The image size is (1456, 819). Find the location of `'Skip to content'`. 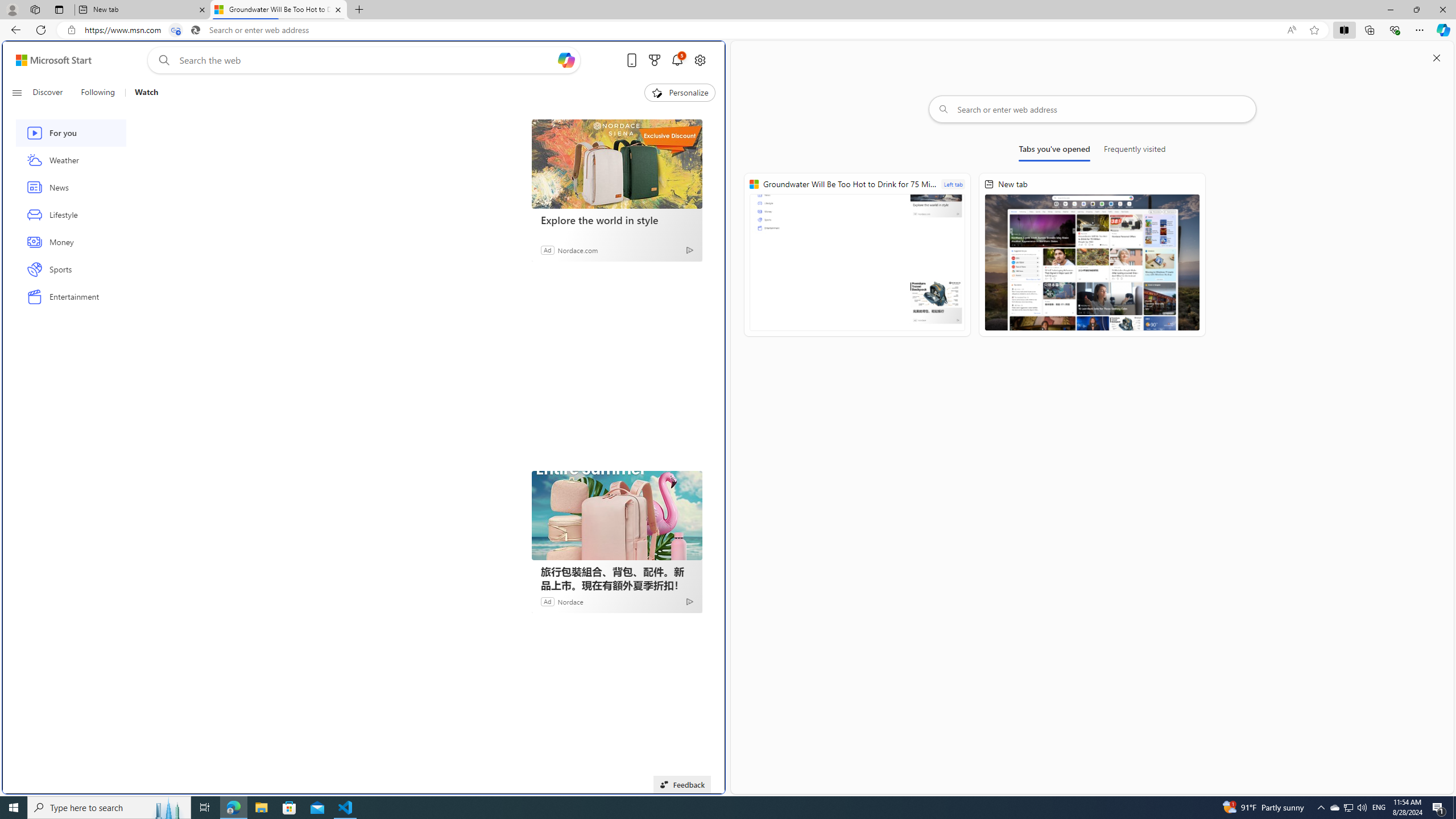

'Skip to content' is located at coordinates (49, 59).